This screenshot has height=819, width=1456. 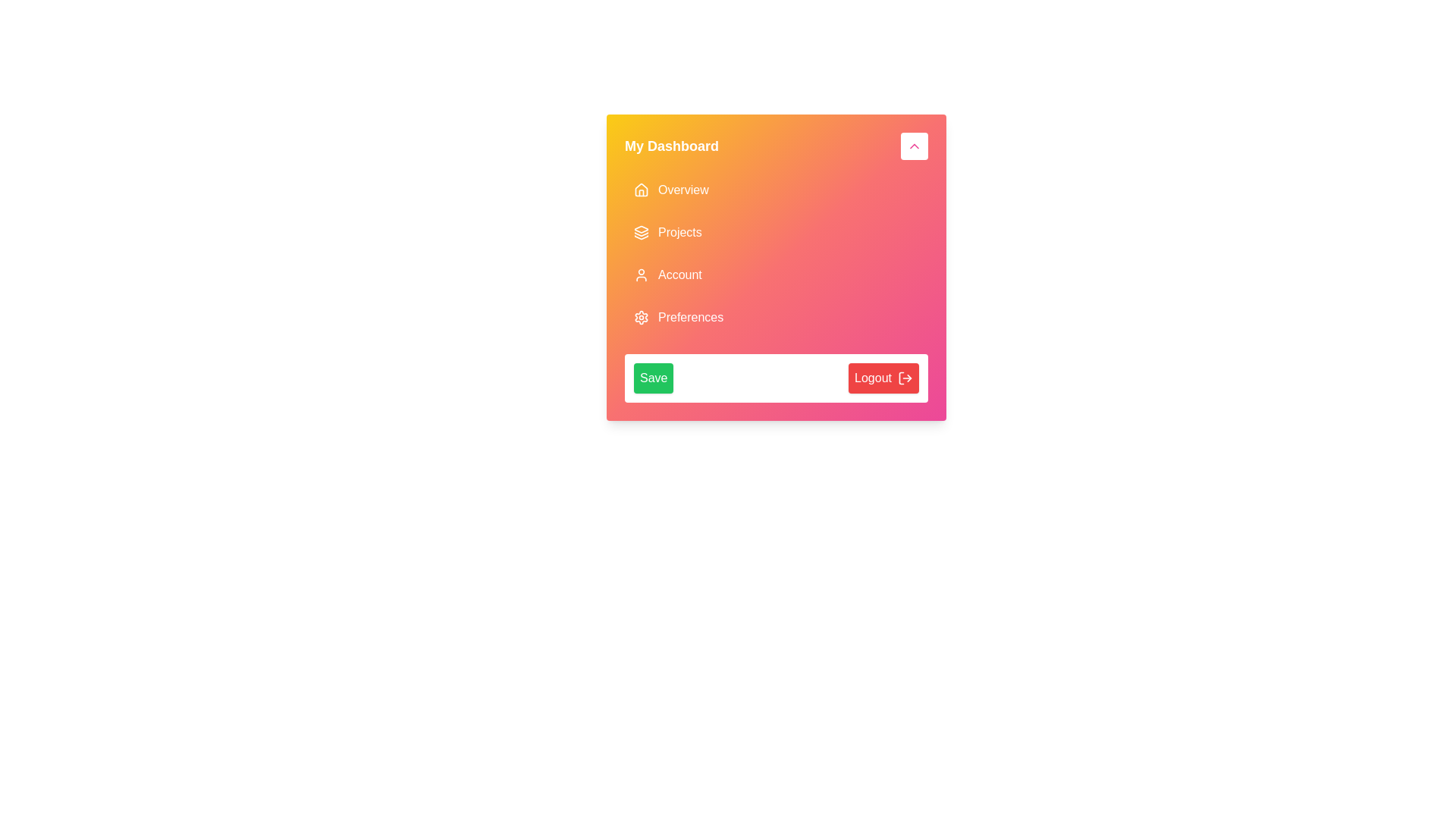 I want to click on the 'Preferences' text label within the menu panel, so click(x=690, y=317).